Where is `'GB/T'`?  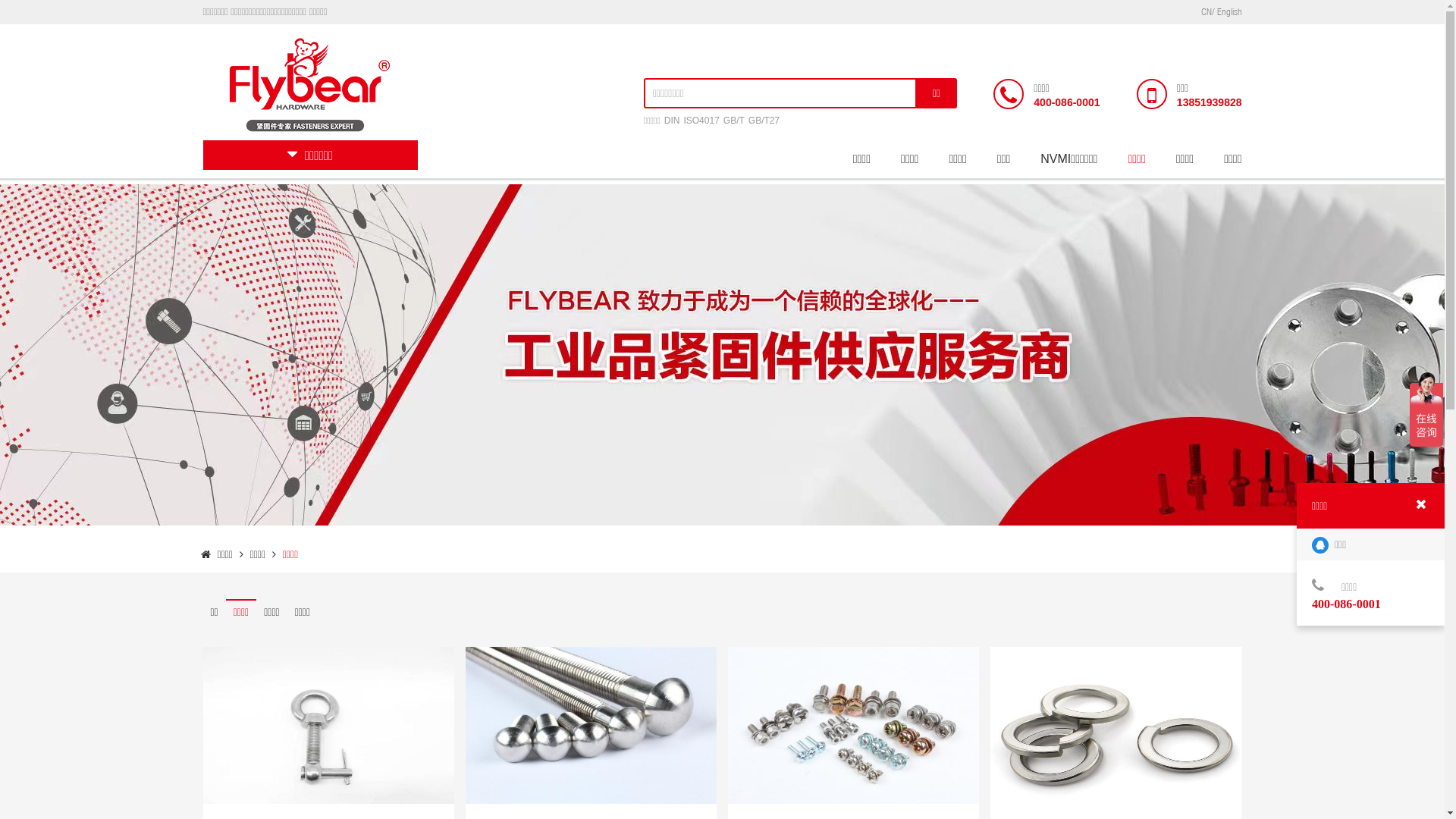
'GB/T' is located at coordinates (734, 119).